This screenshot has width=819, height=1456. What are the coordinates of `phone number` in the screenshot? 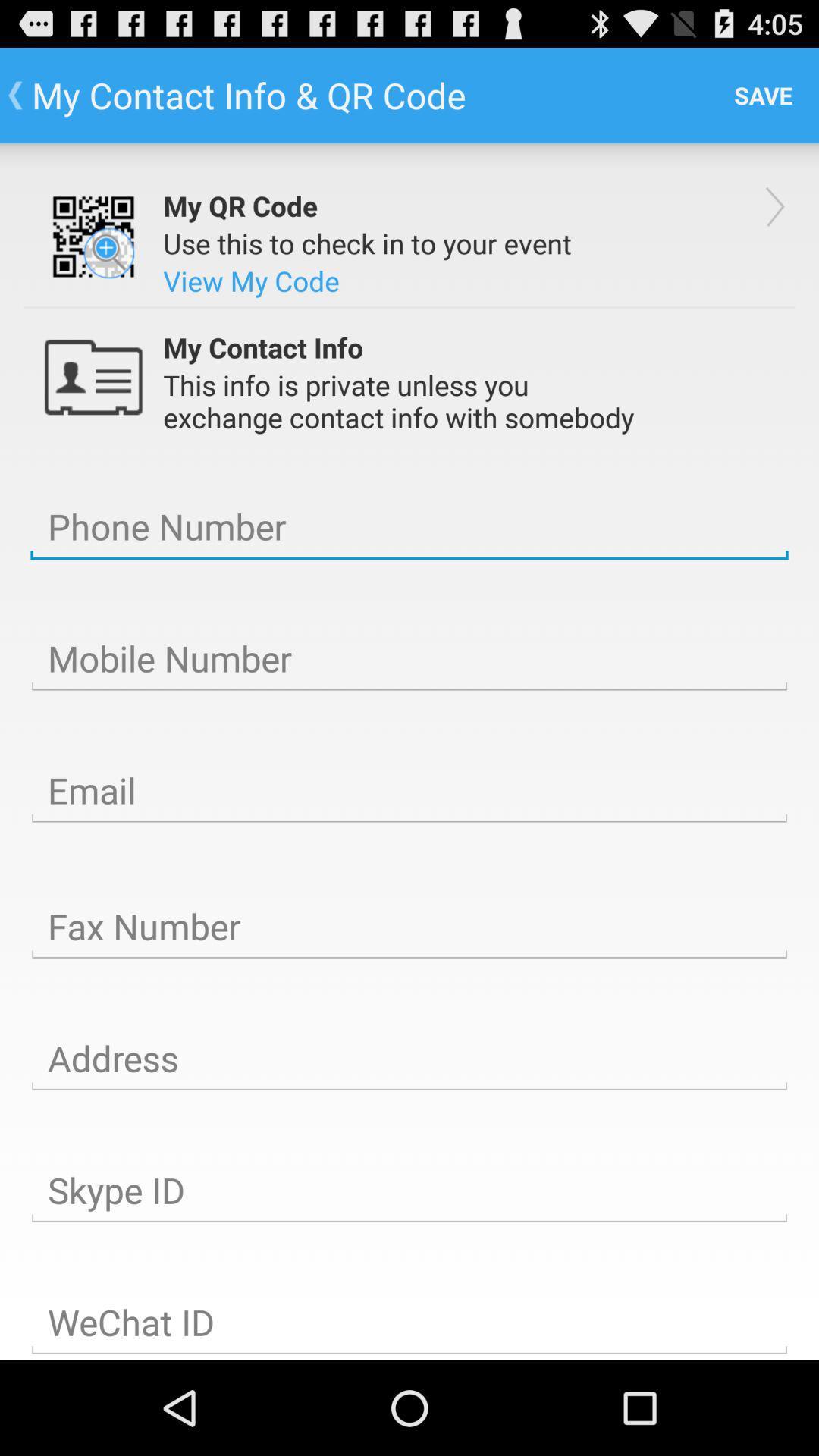 It's located at (409, 527).